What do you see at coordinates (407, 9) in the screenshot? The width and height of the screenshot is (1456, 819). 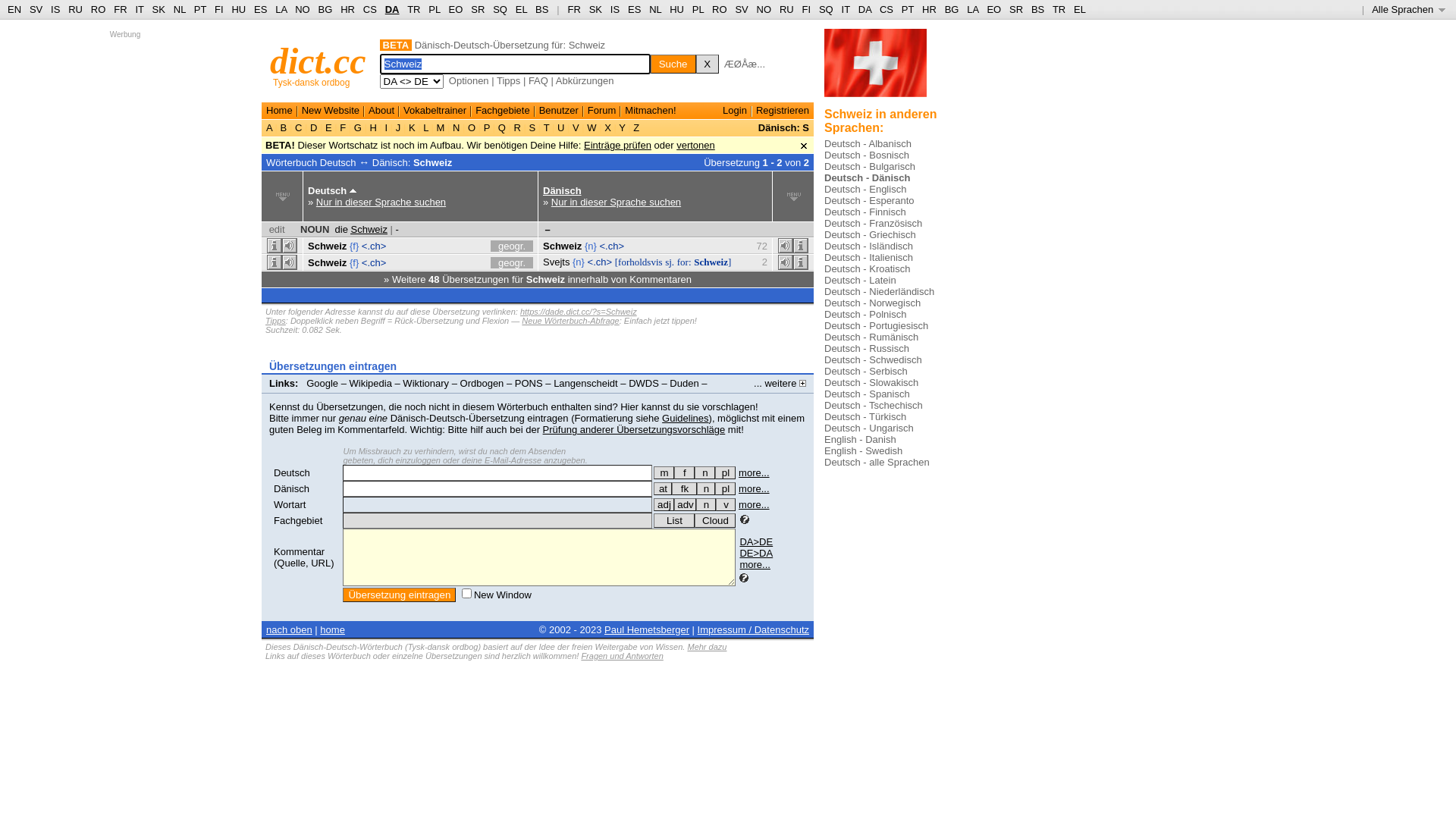 I see `'TR'` at bounding box center [407, 9].